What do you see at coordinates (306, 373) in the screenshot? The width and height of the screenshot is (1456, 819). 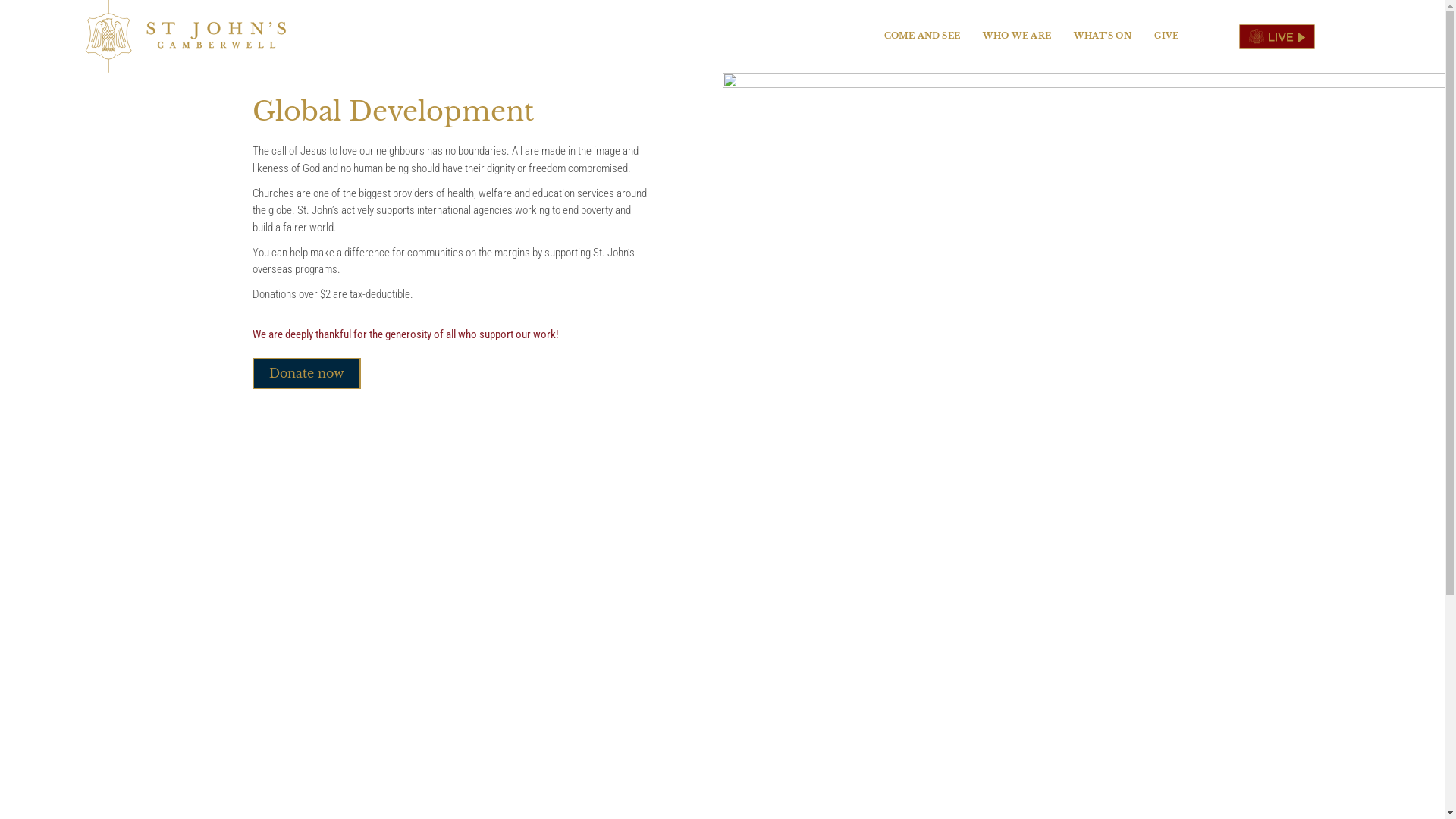 I see `'Donate now'` at bounding box center [306, 373].